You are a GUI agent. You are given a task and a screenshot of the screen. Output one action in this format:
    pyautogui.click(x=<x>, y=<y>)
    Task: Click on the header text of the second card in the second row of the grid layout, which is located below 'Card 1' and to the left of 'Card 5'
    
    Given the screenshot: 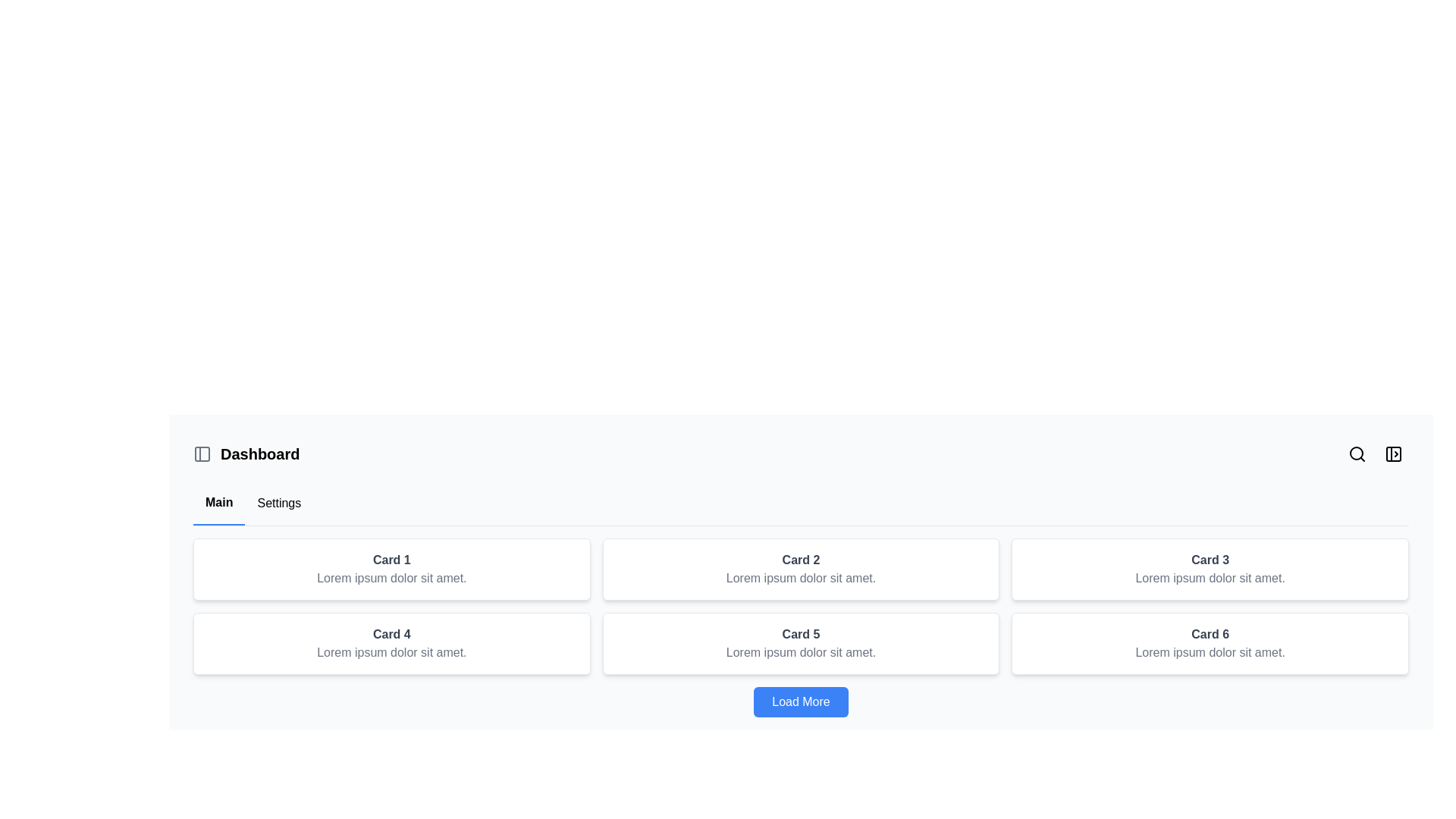 What is the action you would take?
    pyautogui.click(x=391, y=635)
    